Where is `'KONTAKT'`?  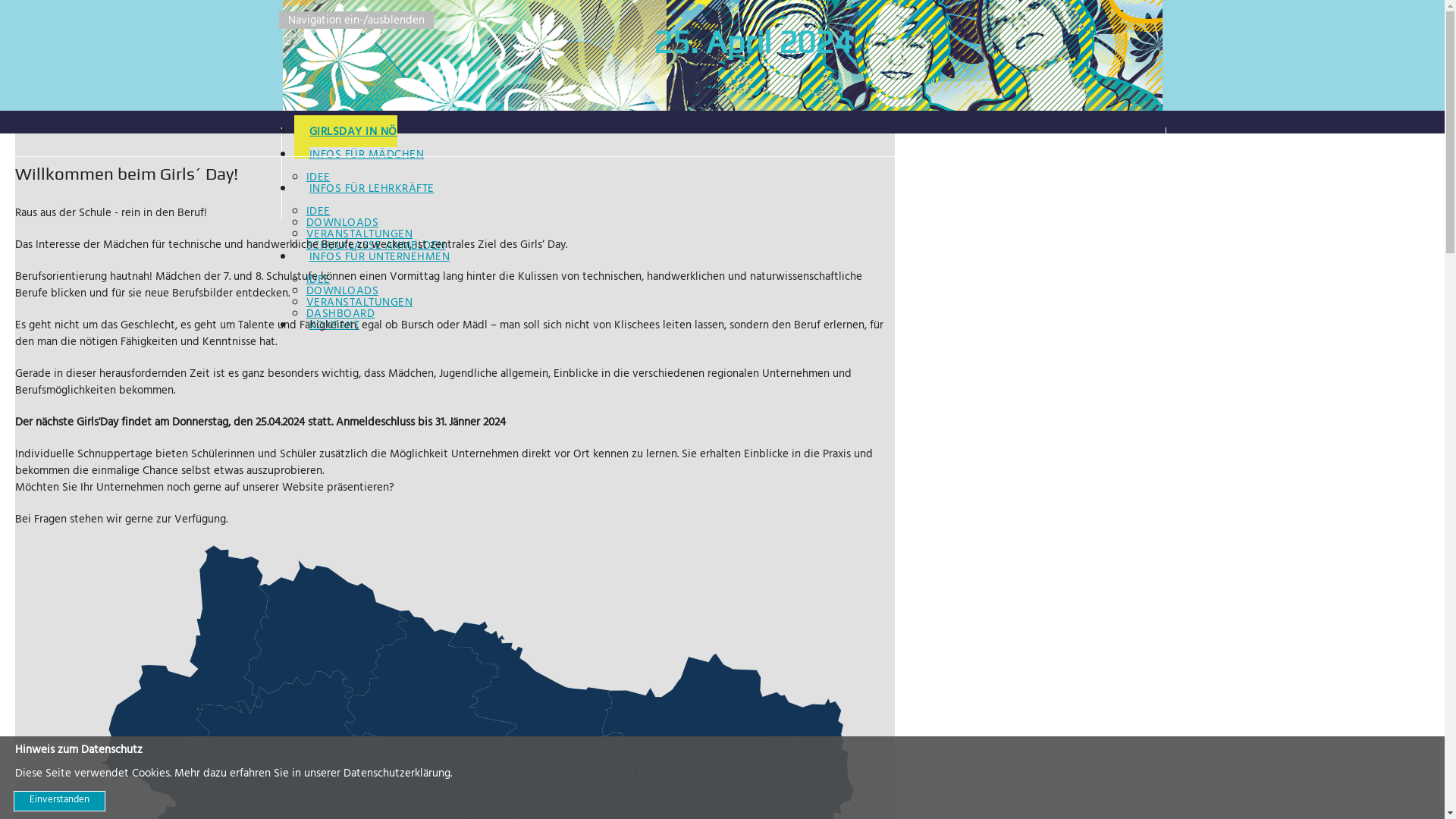 'KONTAKT' is located at coordinates (730, 329).